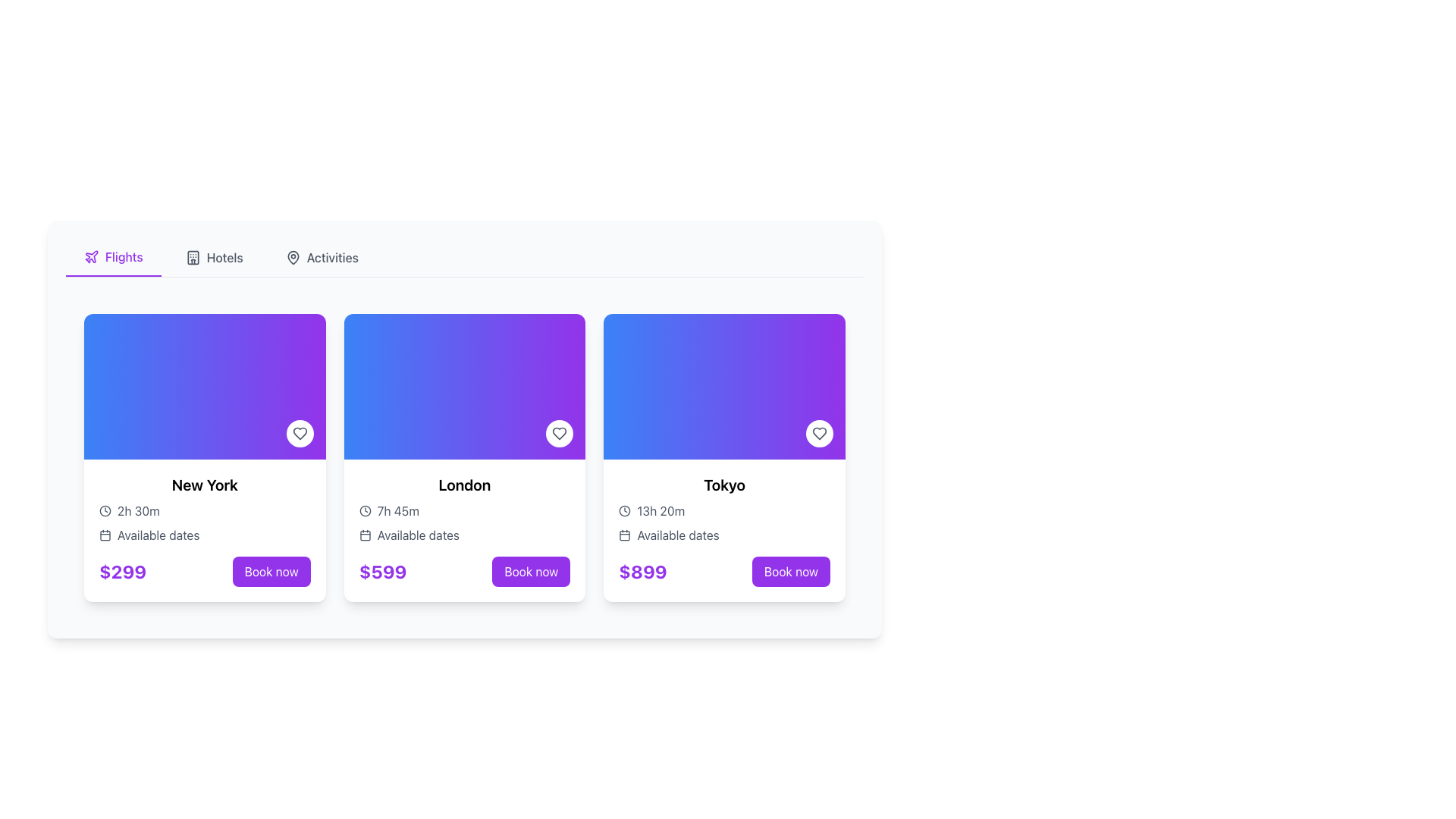 This screenshot has width=1456, height=819. Describe the element at coordinates (818, 433) in the screenshot. I see `the 'like' or 'favorite' button located at the bottom-right corner of the Tokyo flight card` at that location.